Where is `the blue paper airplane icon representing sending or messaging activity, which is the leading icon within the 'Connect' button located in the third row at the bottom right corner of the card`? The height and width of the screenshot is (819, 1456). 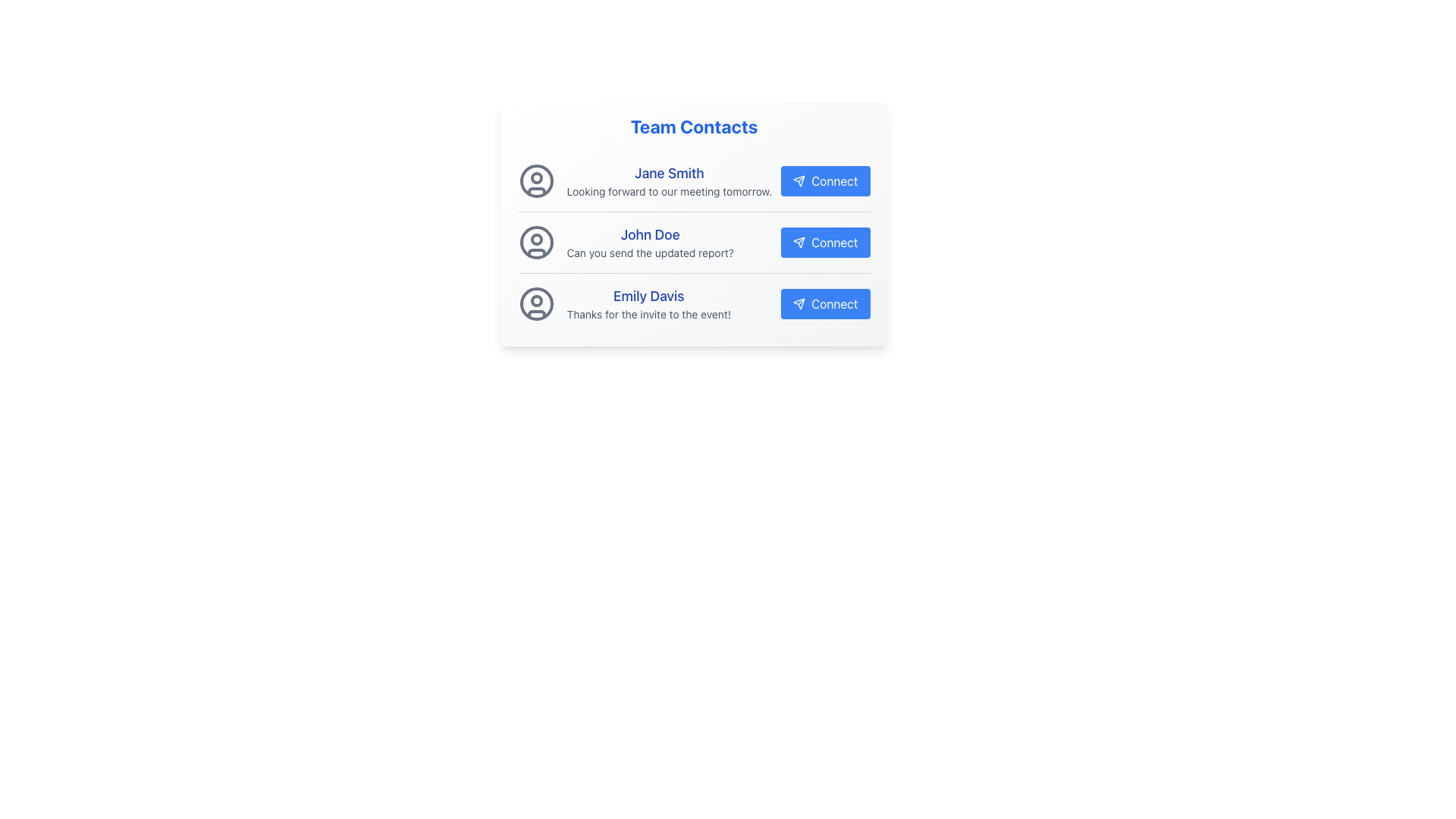 the blue paper airplane icon representing sending or messaging activity, which is the leading icon within the 'Connect' button located in the third row at the bottom right corner of the card is located at coordinates (799, 304).